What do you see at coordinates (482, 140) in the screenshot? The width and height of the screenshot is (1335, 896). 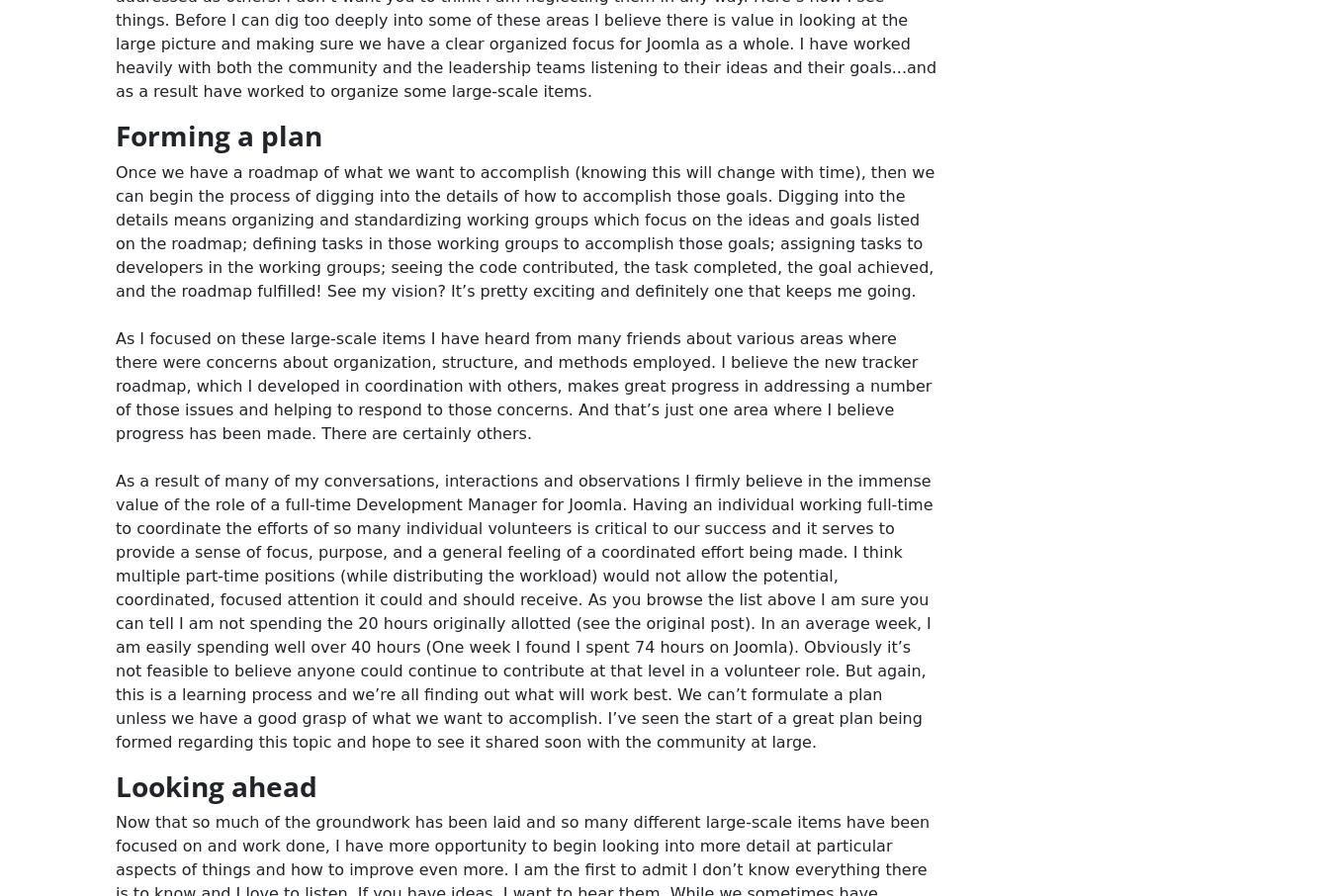 I see `'© 2005 - 2023'` at bounding box center [482, 140].